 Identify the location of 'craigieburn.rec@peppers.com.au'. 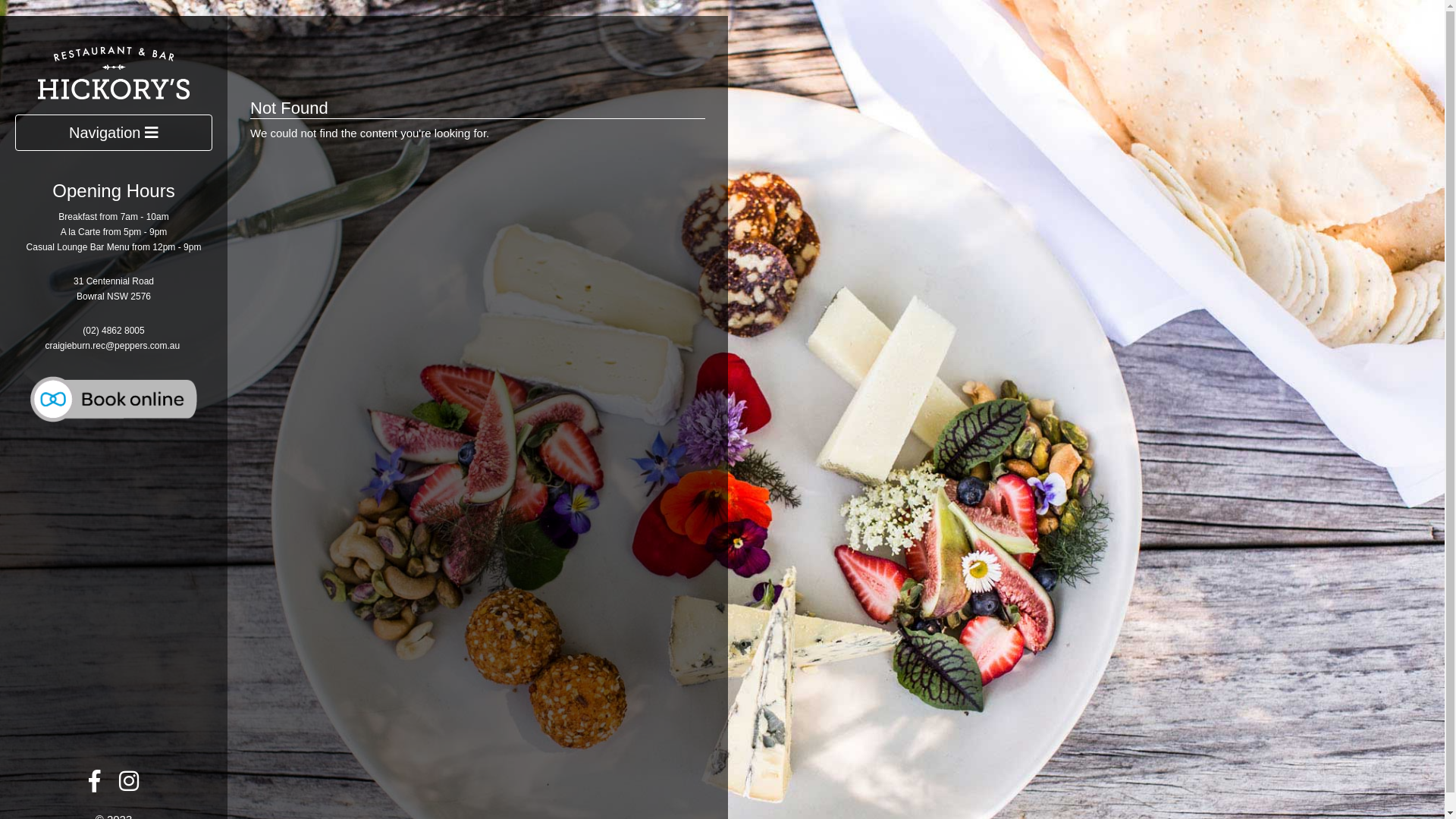
(111, 345).